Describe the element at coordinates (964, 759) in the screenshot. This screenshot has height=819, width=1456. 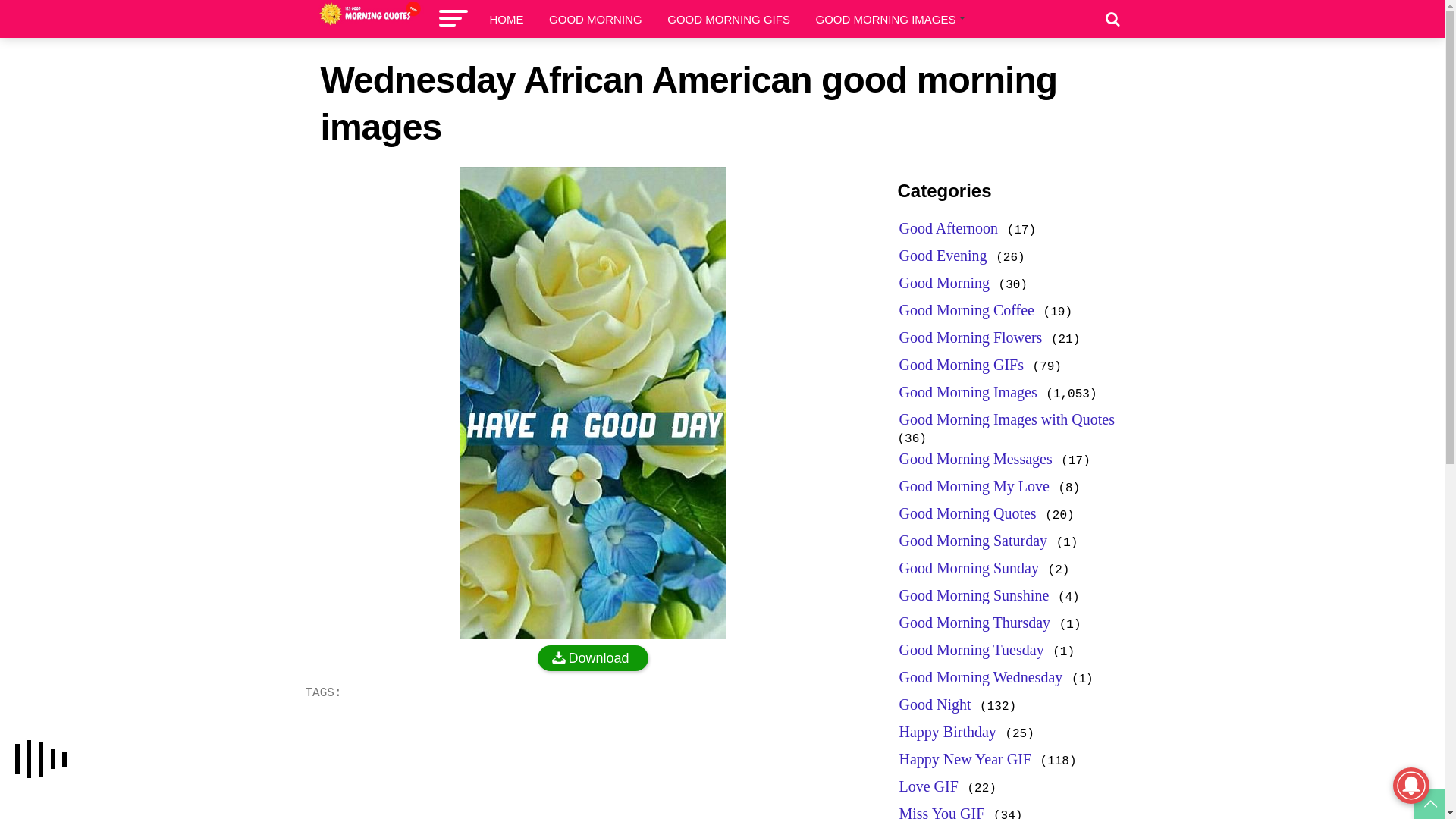
I see `'Happy New Year GIF'` at that location.